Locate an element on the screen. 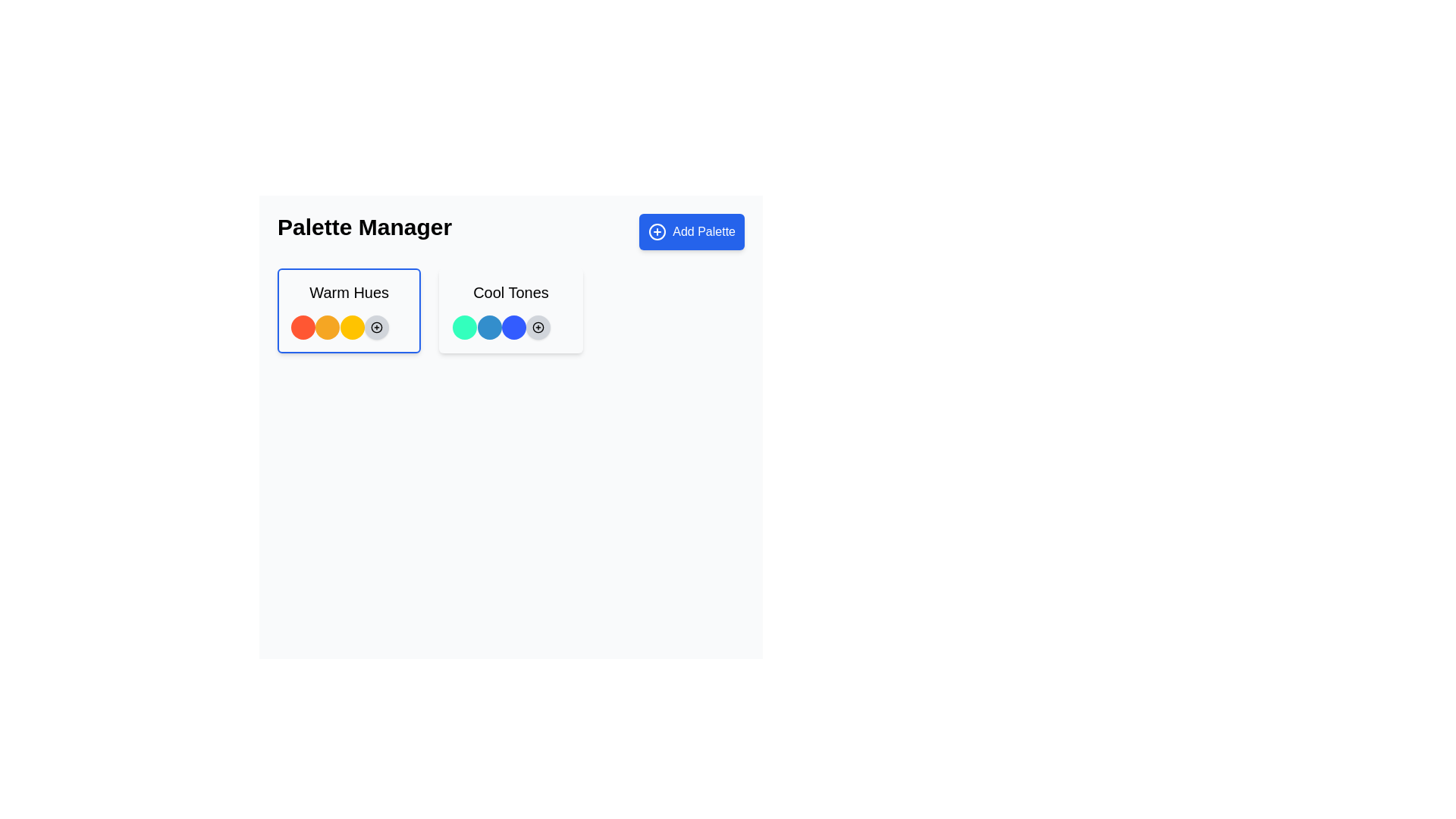 This screenshot has height=819, width=1456. the first Color Indicator in the 'Cool Tones' palette is located at coordinates (464, 327).